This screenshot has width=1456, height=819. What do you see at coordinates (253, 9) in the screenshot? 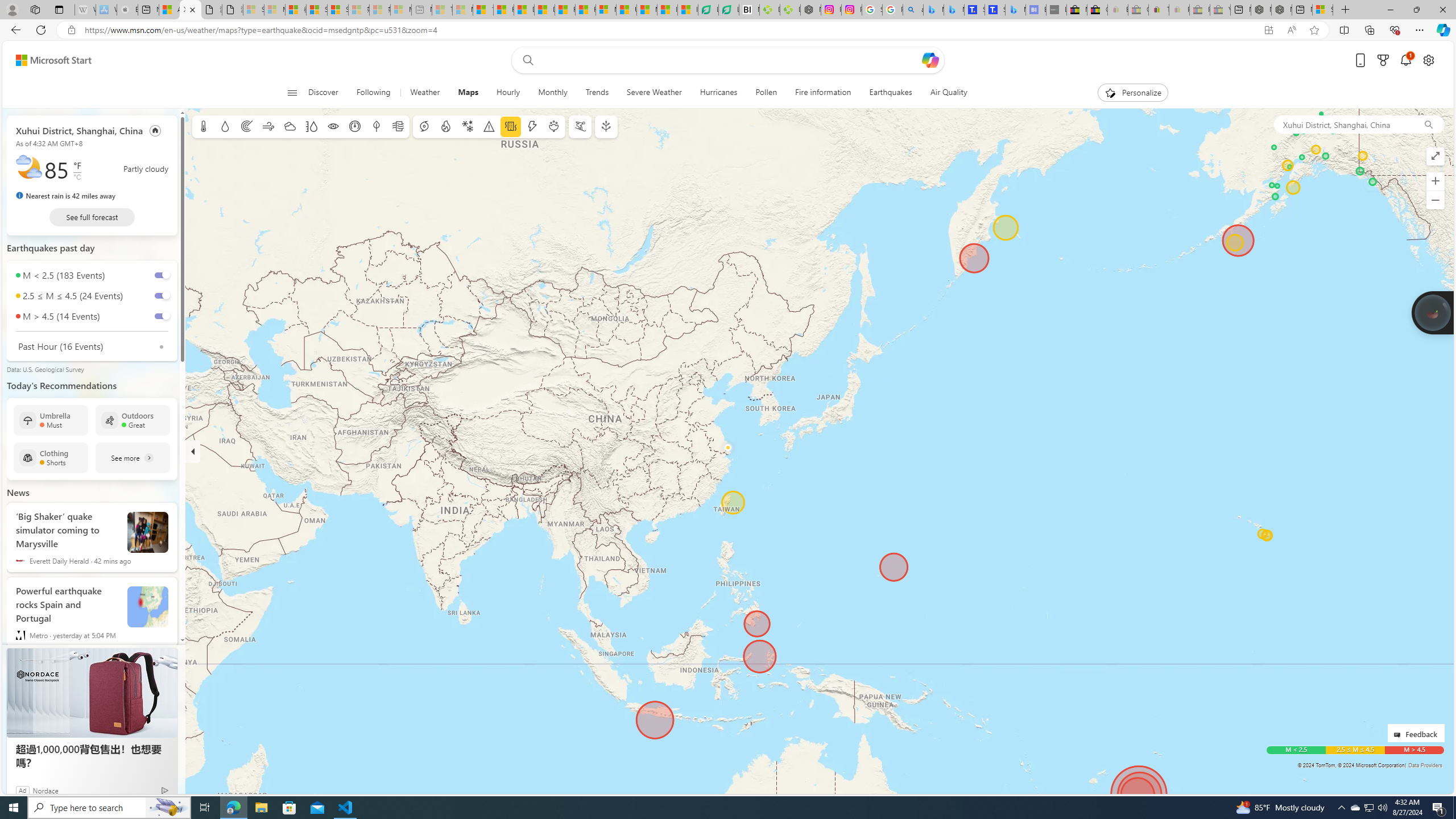
I see `'Sign in to your Microsoft account - Sleeping'` at bounding box center [253, 9].